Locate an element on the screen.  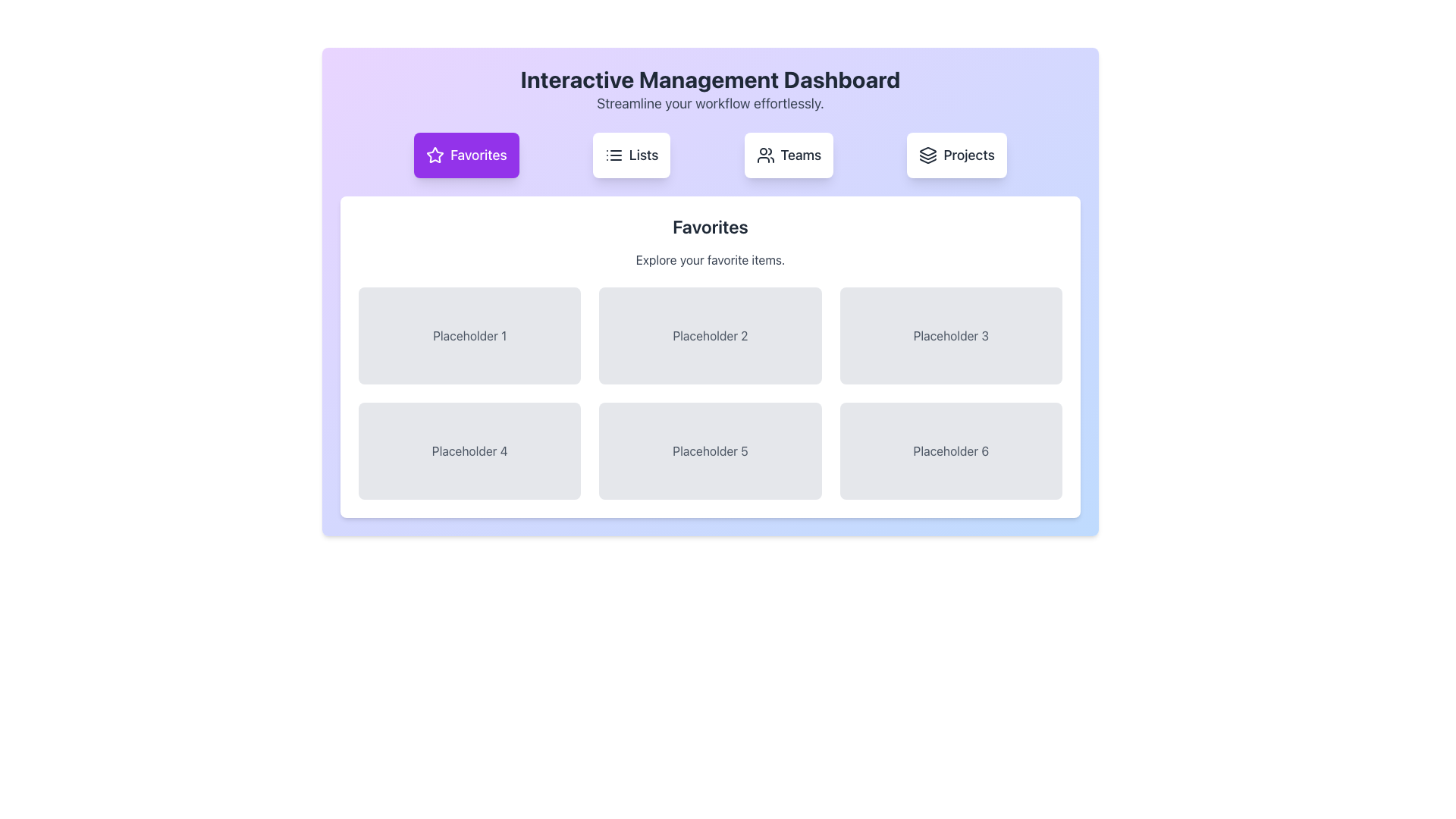
the star-shaped icon located on the left side of the 'Favorites' button is located at coordinates (435, 155).